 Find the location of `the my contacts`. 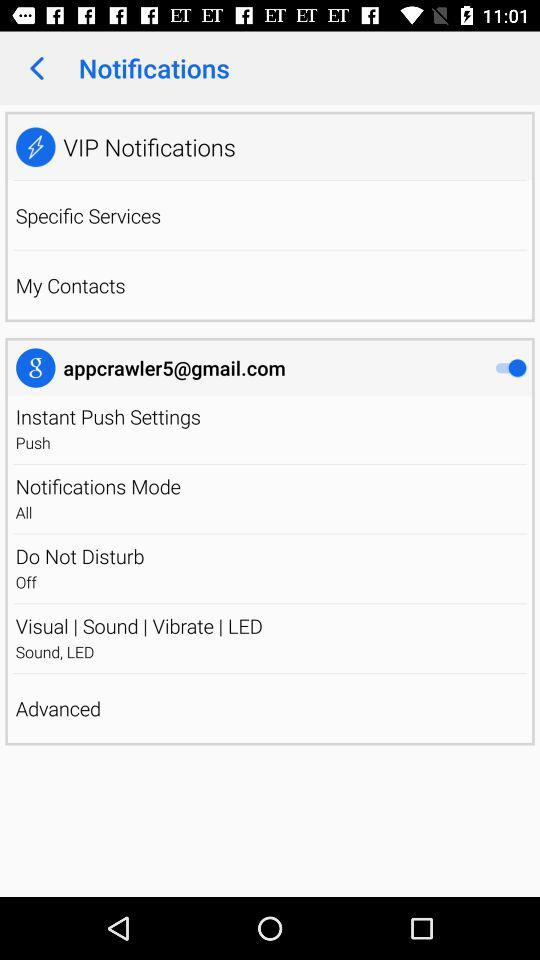

the my contacts is located at coordinates (69, 284).